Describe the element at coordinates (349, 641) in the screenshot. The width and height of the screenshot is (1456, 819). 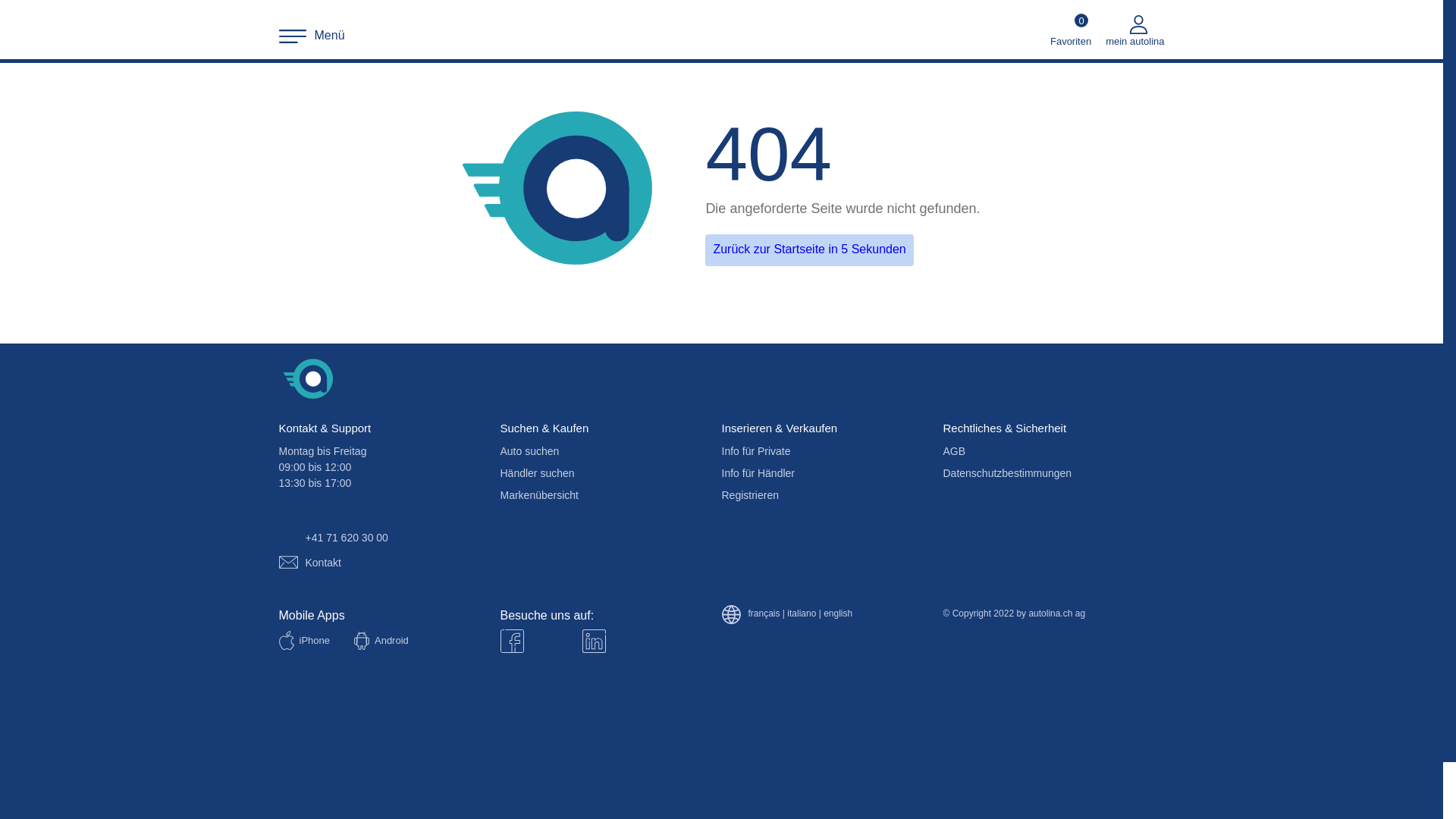
I see `'Android'` at that location.